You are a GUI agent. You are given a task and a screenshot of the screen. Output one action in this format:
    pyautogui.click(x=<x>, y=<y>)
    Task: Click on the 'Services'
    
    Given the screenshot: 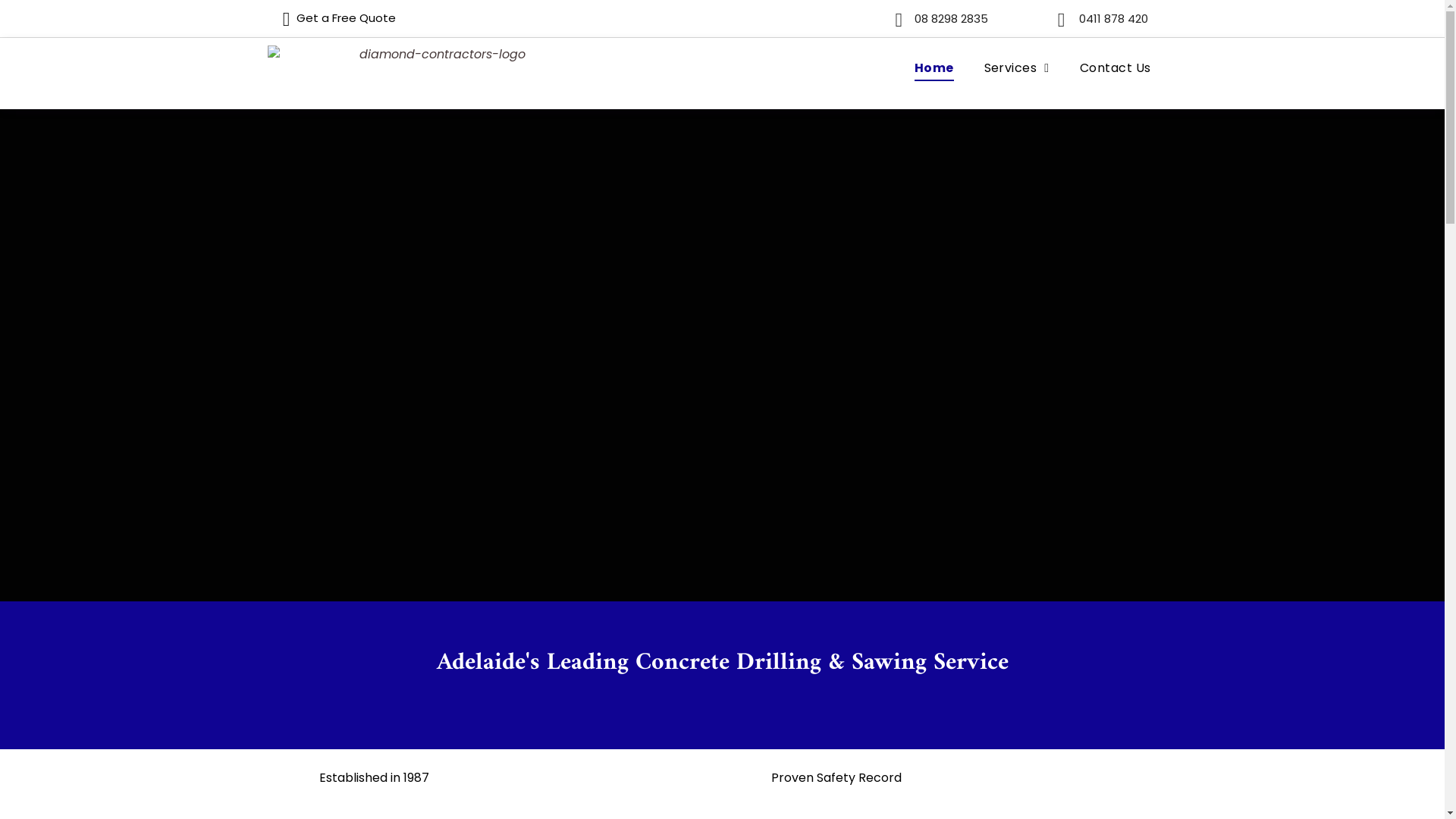 What is the action you would take?
    pyautogui.click(x=1016, y=67)
    